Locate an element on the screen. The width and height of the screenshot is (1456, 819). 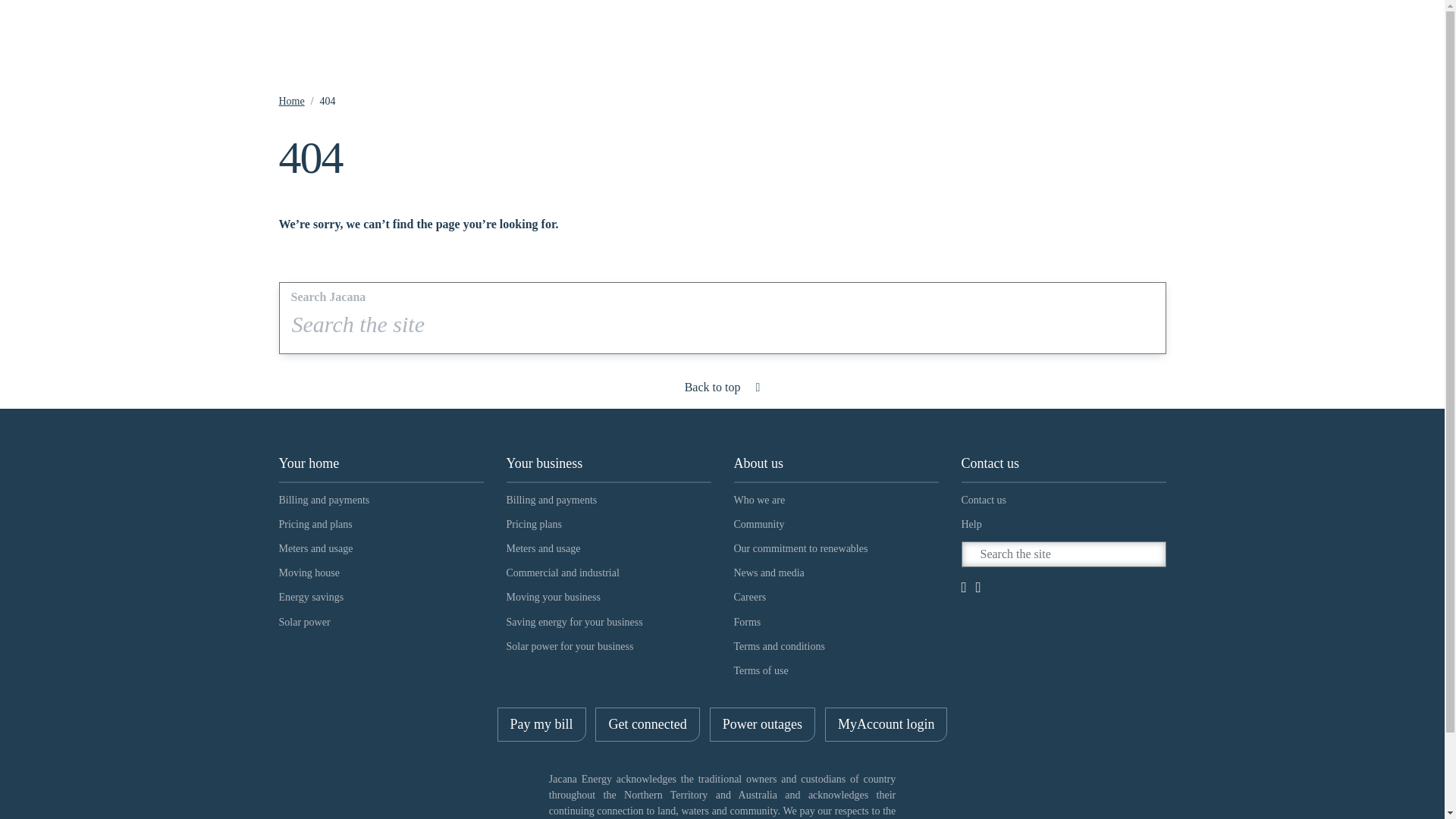
'Facebook' is located at coordinates (965, 587).